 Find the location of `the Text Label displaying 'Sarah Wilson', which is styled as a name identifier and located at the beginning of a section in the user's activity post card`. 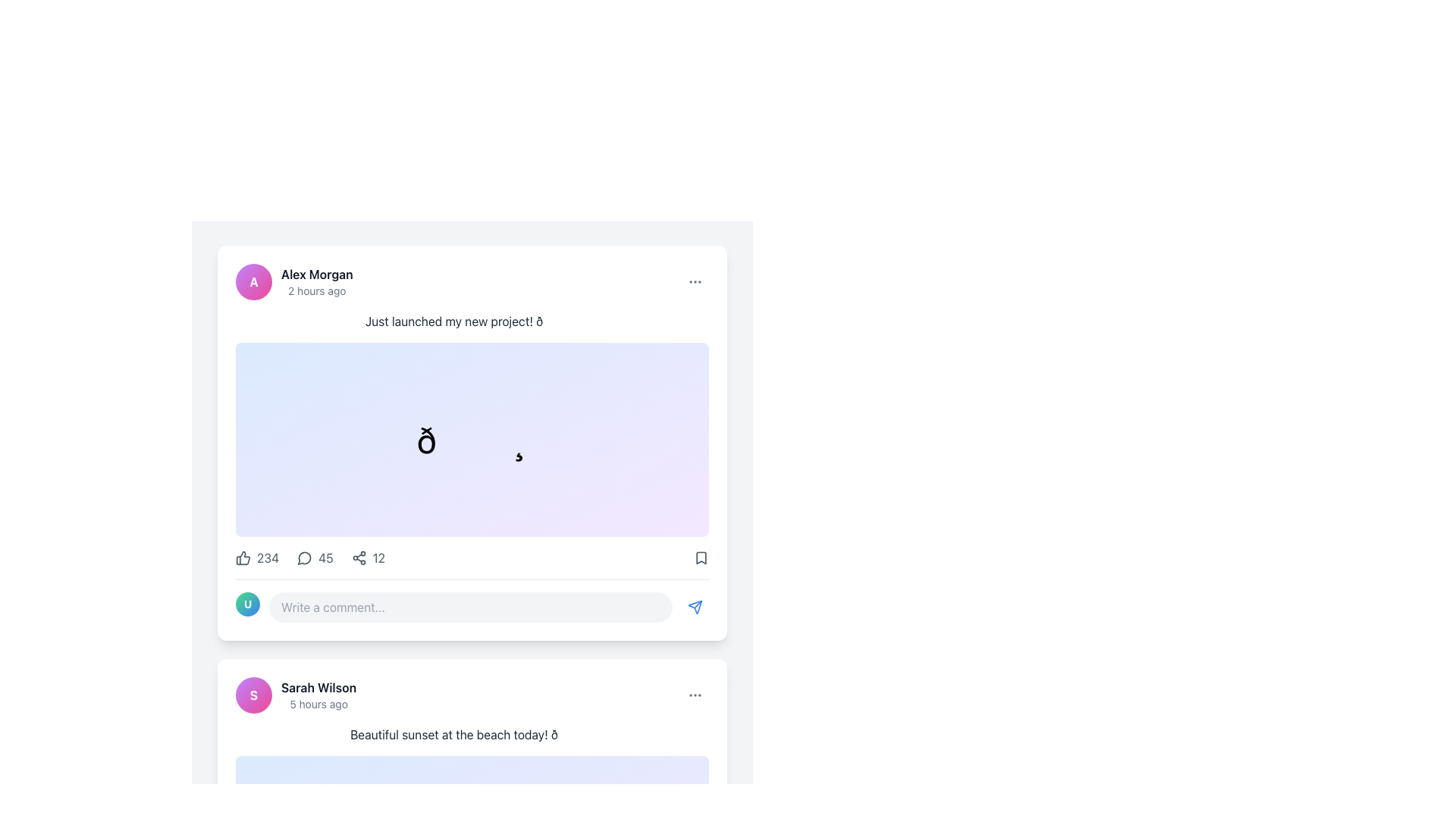

the Text Label displaying 'Sarah Wilson', which is styled as a name identifier and located at the beginning of a section in the user's activity post card is located at coordinates (318, 687).